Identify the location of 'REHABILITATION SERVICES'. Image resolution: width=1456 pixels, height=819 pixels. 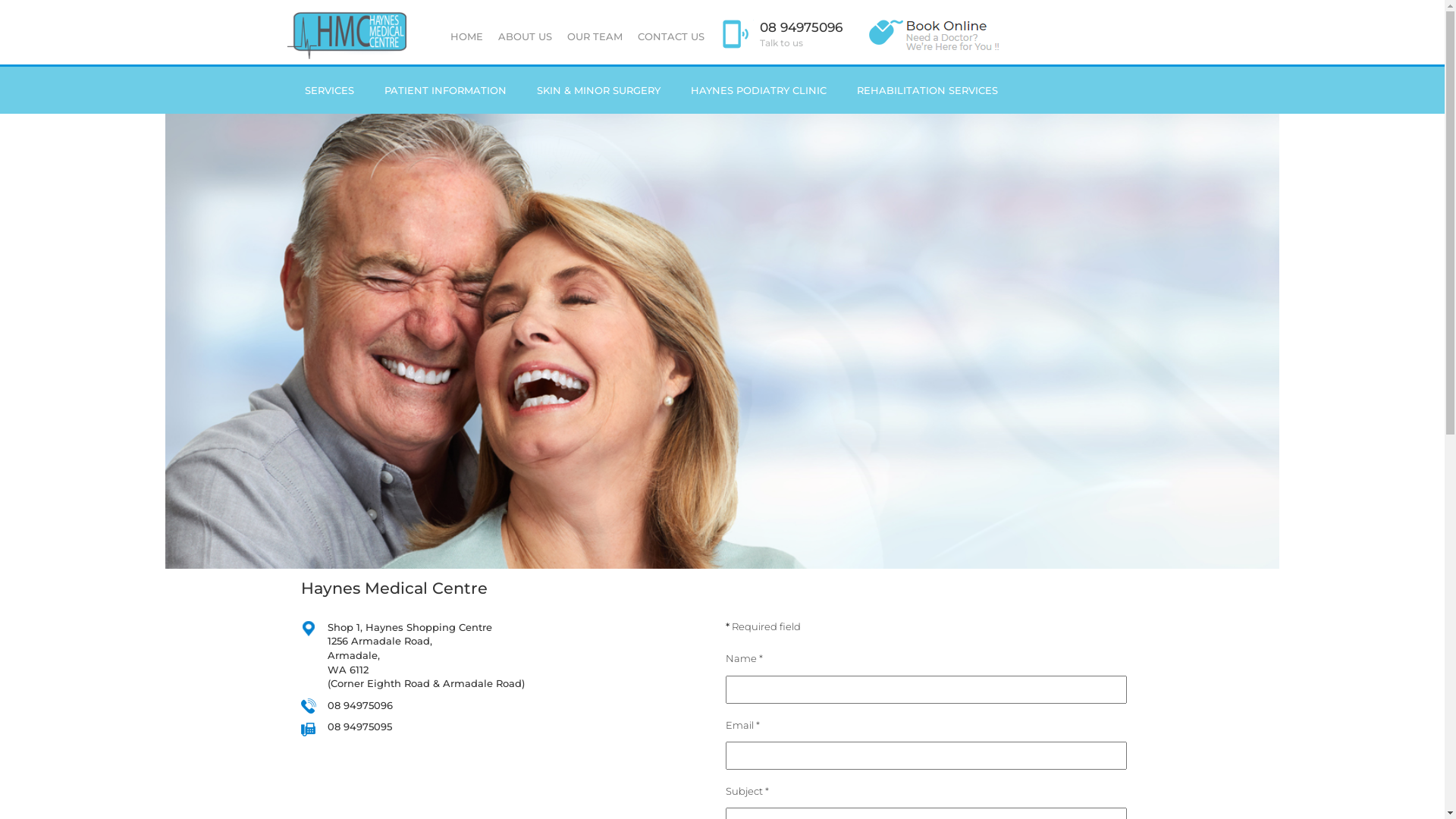
(927, 90).